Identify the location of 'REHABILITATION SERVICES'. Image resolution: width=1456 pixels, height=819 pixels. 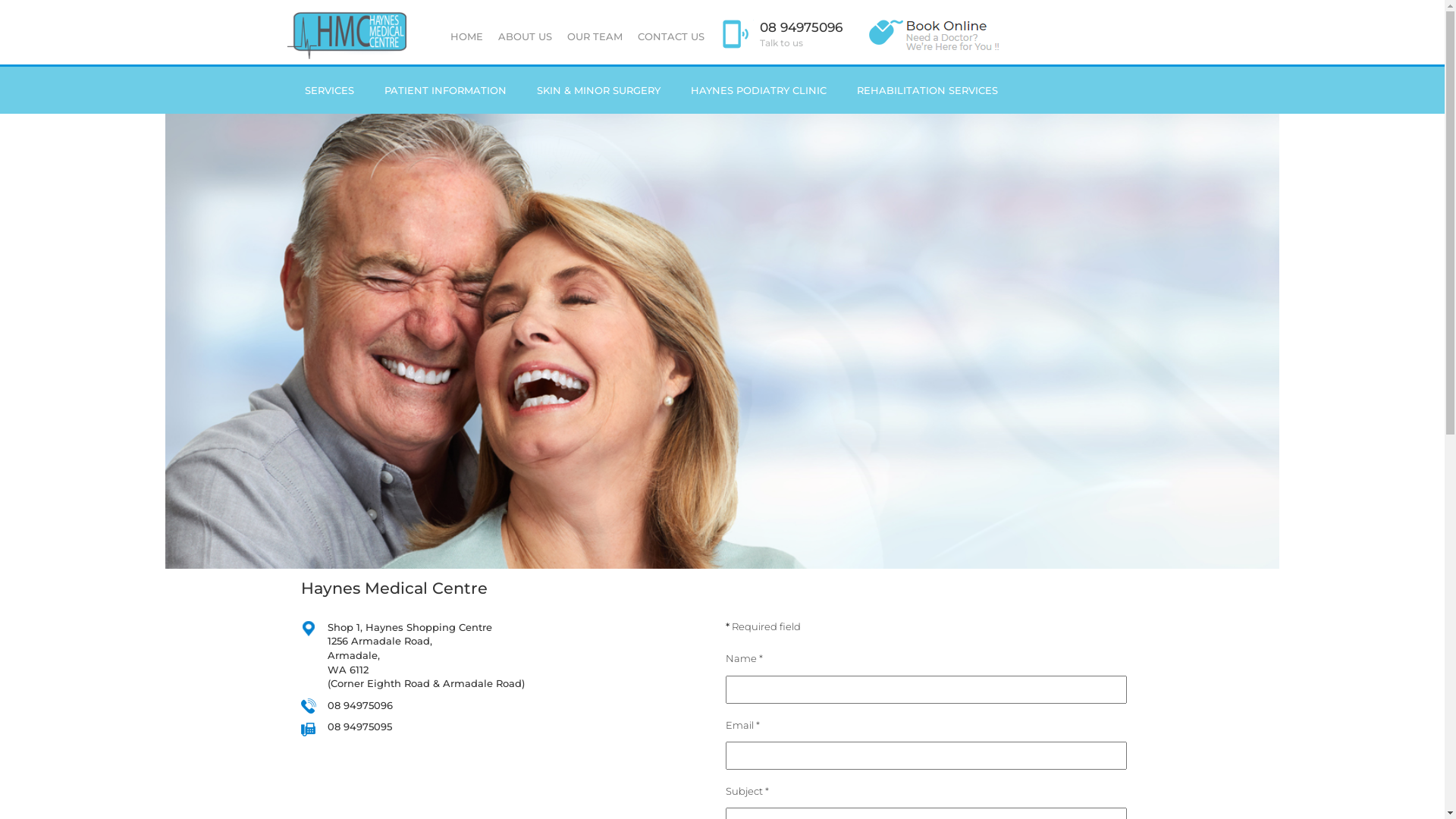
(927, 90).